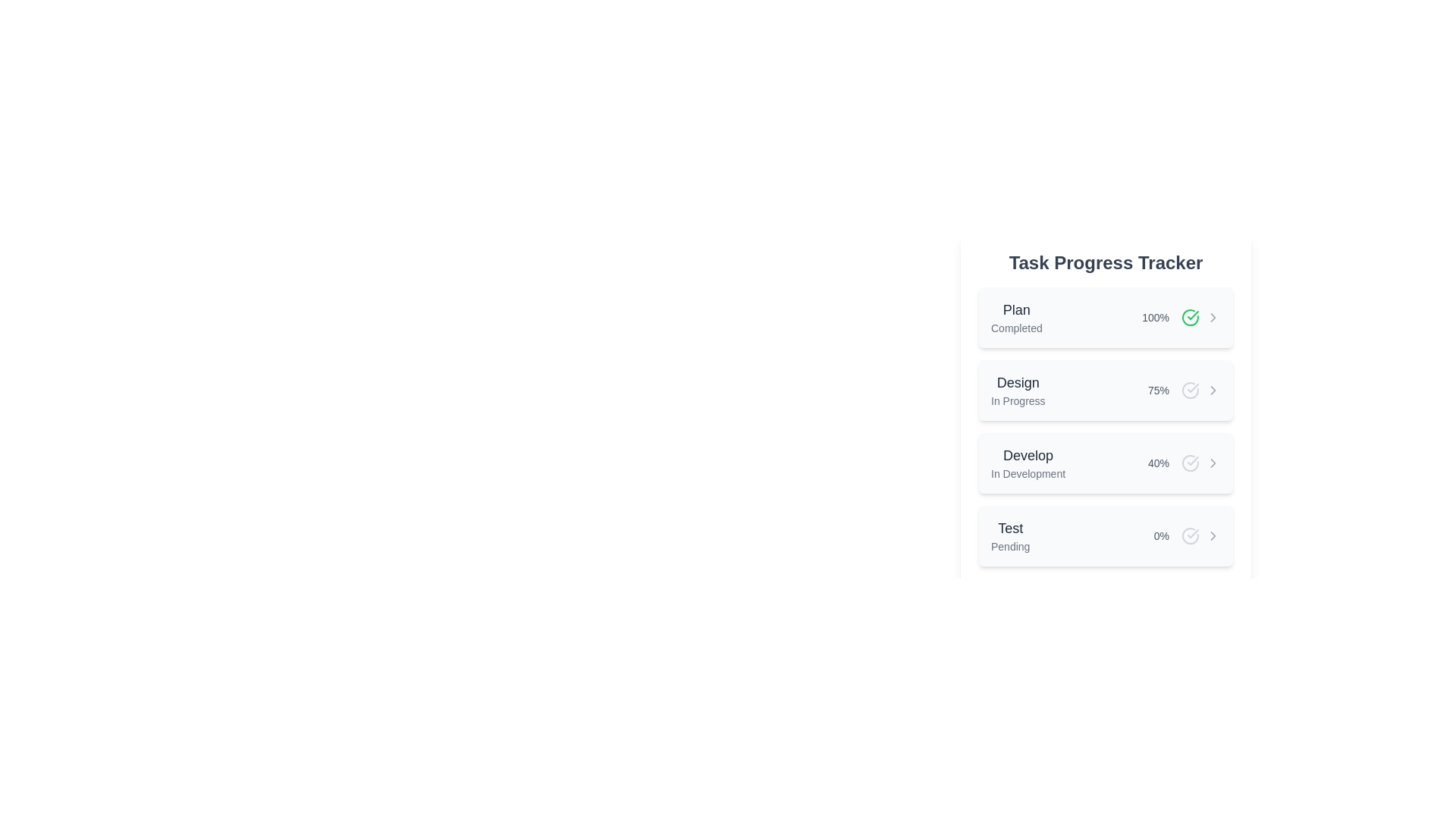 The width and height of the screenshot is (1456, 819). I want to click on the text label group indicating the task labeled 'Test' with the status 'Pending', located in the fourth position of the task list section, so click(1010, 535).